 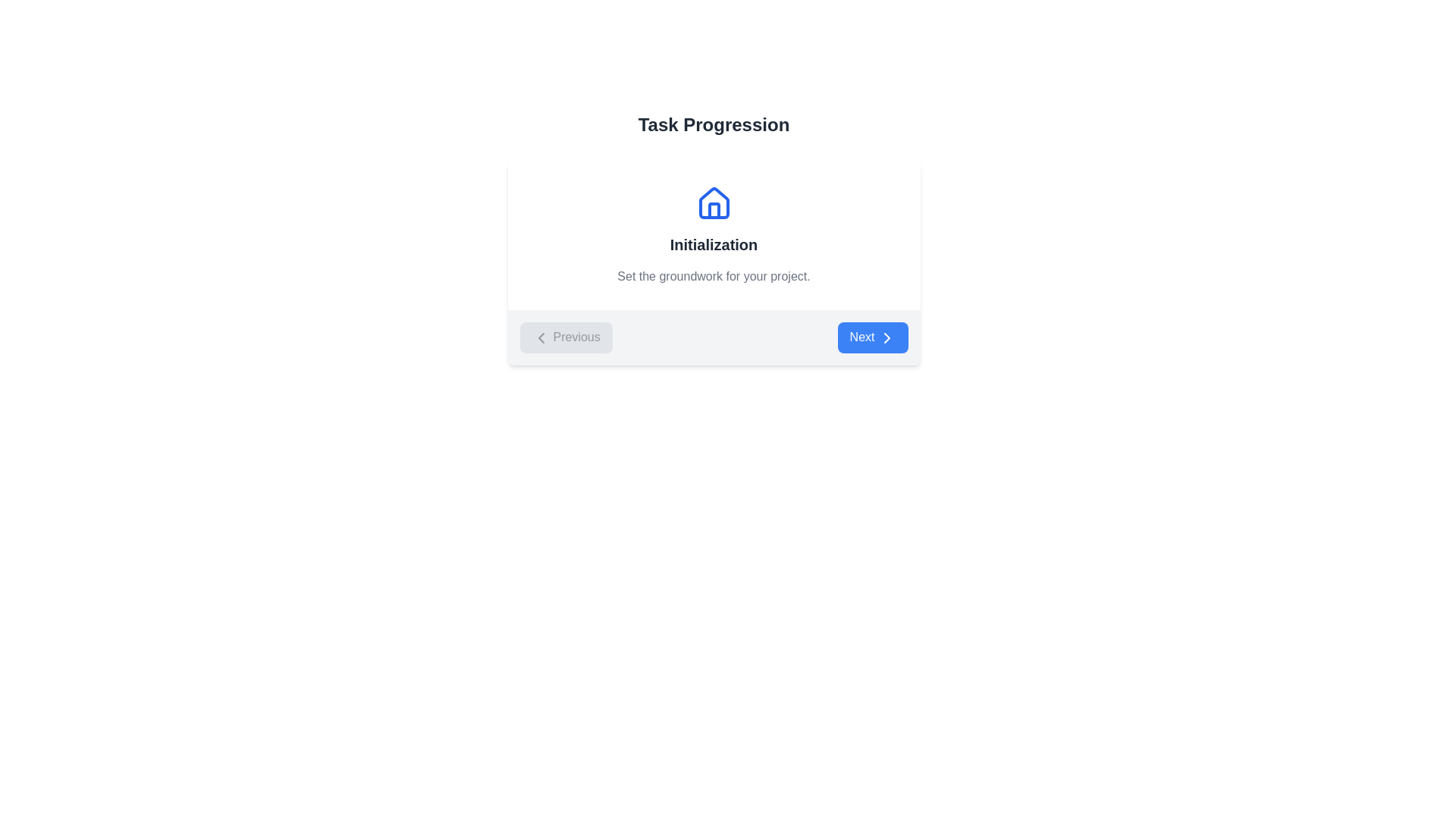 I want to click on the house-shaped icon with a blue stroke located under the 'Task Progression' heading, so click(x=713, y=203).